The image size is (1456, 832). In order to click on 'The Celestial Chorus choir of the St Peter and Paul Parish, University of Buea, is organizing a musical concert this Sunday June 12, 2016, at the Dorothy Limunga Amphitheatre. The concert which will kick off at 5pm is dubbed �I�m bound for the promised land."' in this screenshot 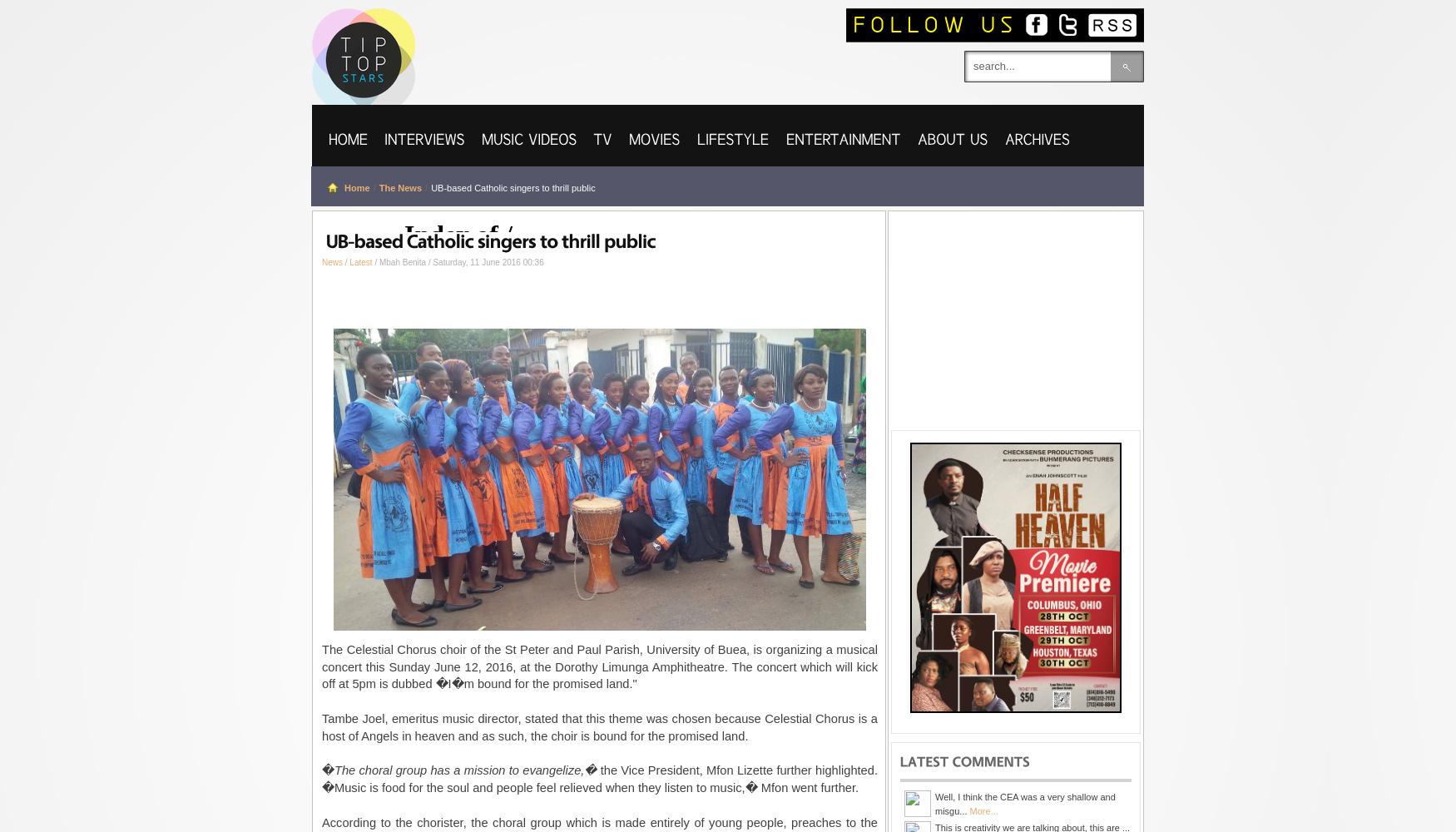, I will do `click(600, 666)`.